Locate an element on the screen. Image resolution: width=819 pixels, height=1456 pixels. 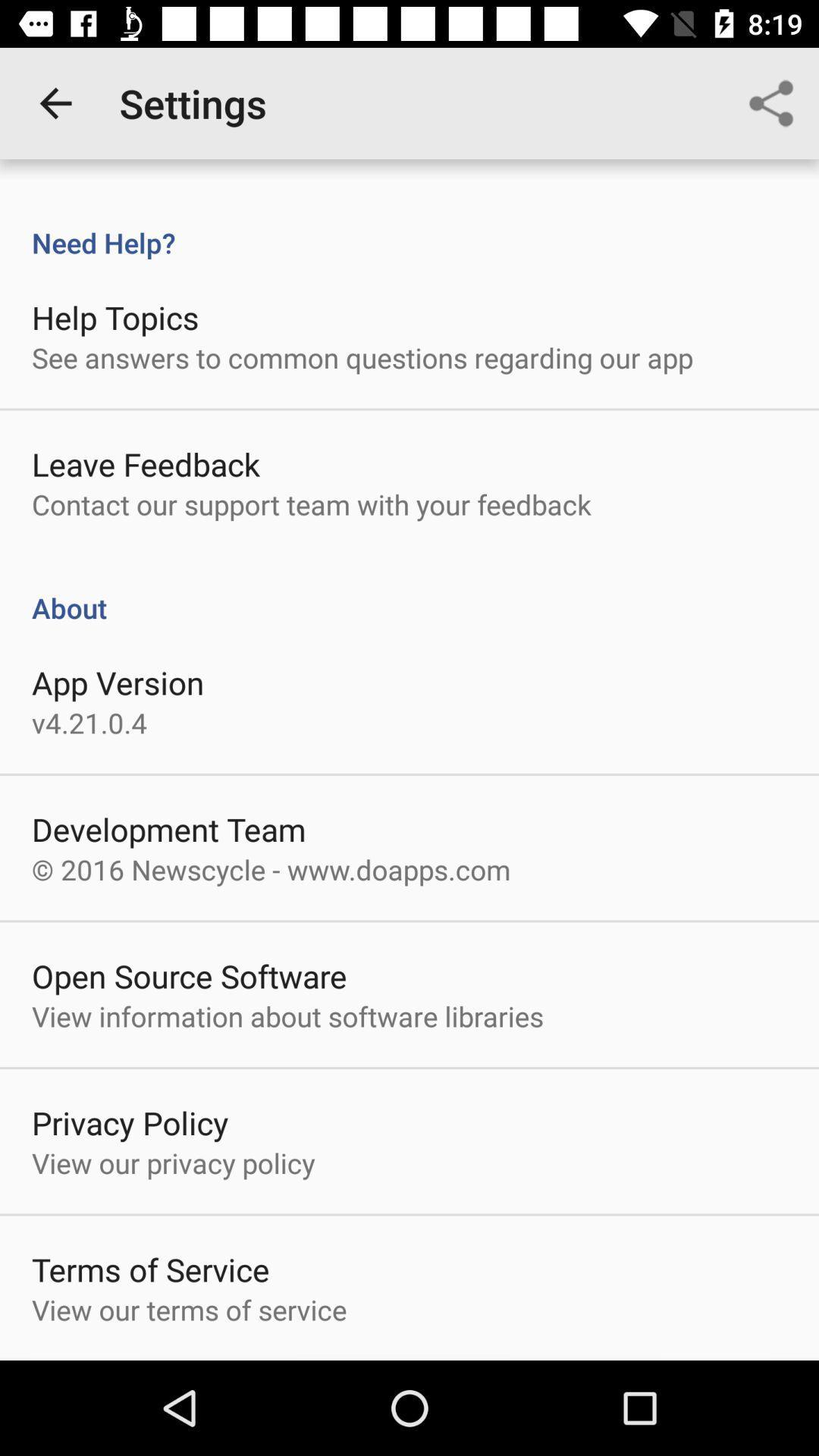
the item above the need help? is located at coordinates (55, 102).